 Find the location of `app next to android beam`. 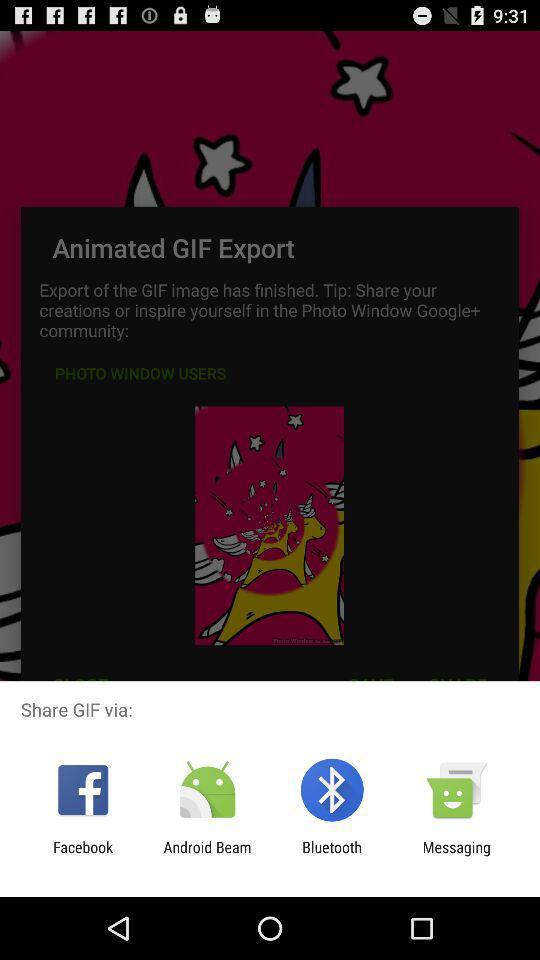

app next to android beam is located at coordinates (82, 855).